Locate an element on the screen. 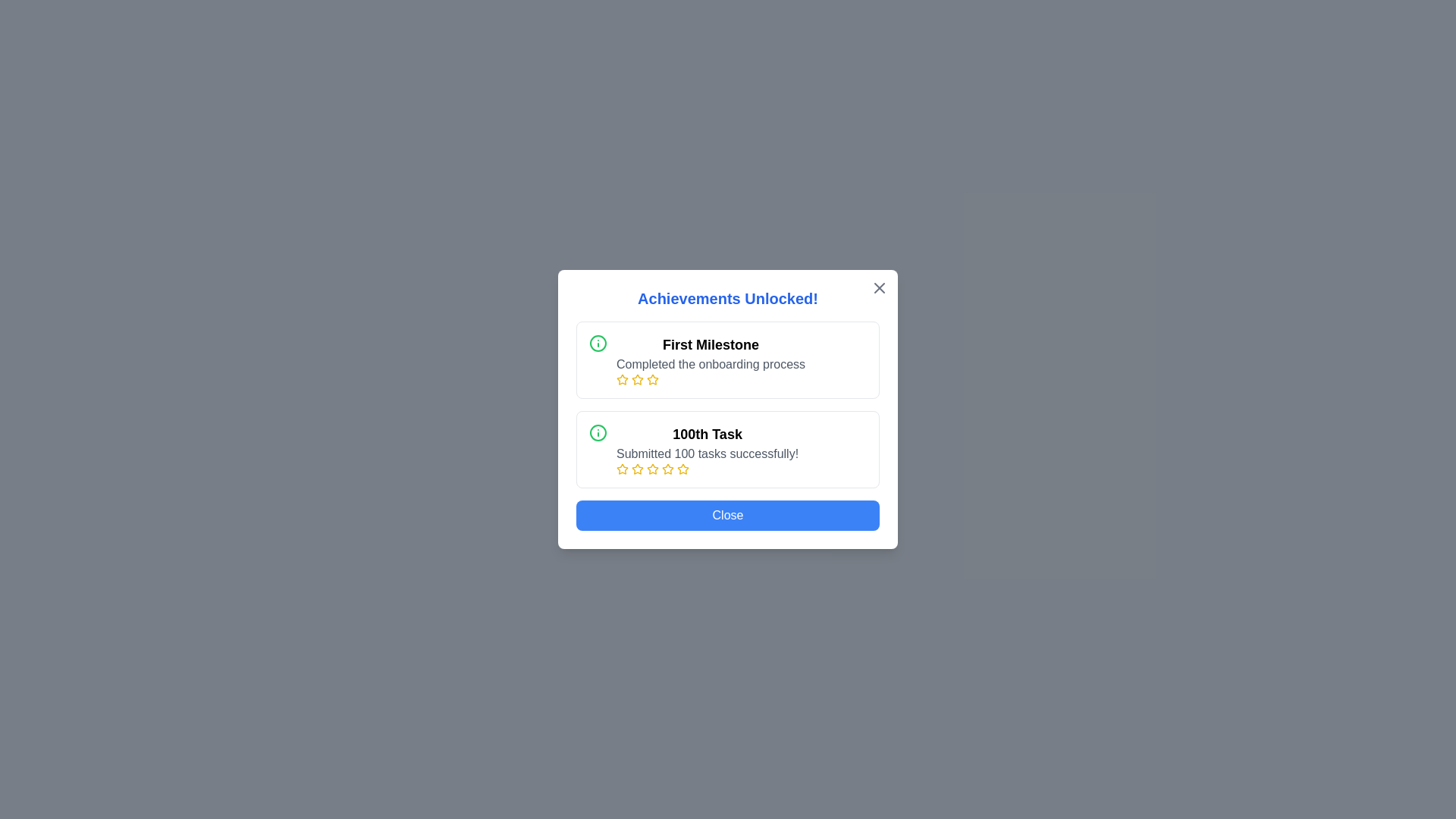 This screenshot has width=1456, height=819. the Close button, which is a small 'X' icon located at the top-right corner of the dialog box is located at coordinates (880, 288).